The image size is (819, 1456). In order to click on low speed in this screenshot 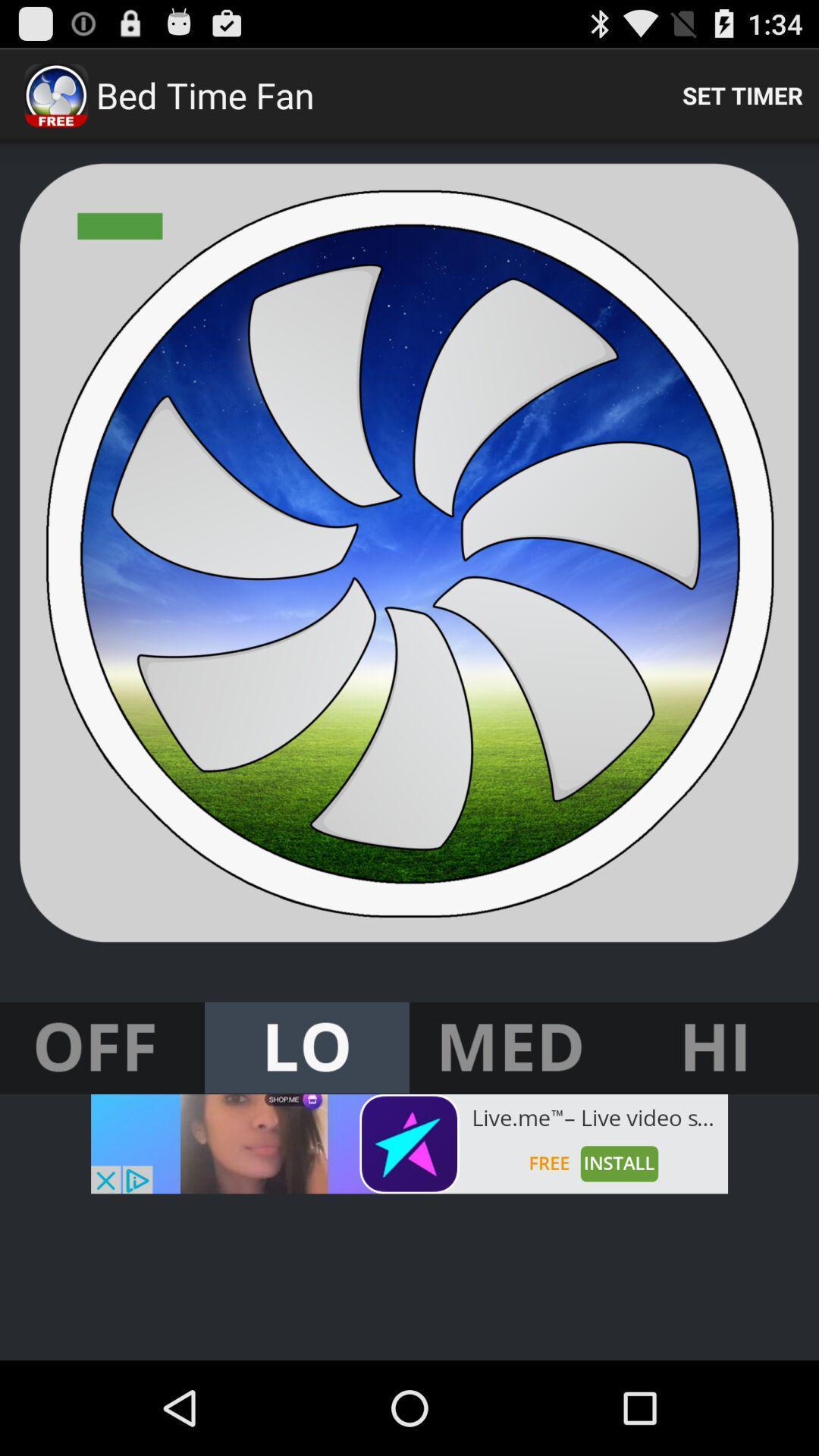, I will do `click(307, 1047)`.